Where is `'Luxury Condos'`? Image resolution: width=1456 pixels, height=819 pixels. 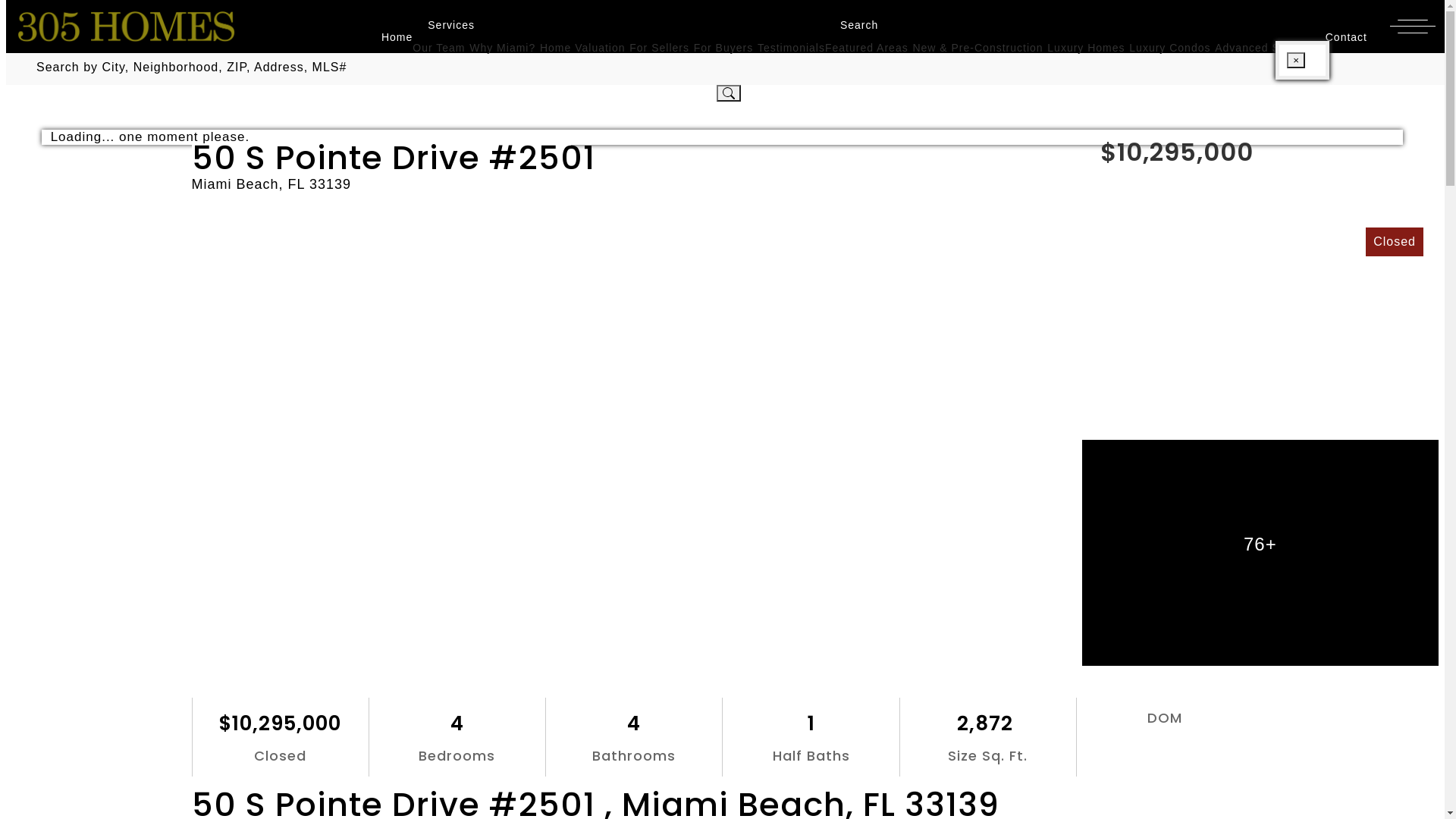
'Luxury Condos' is located at coordinates (1169, 46).